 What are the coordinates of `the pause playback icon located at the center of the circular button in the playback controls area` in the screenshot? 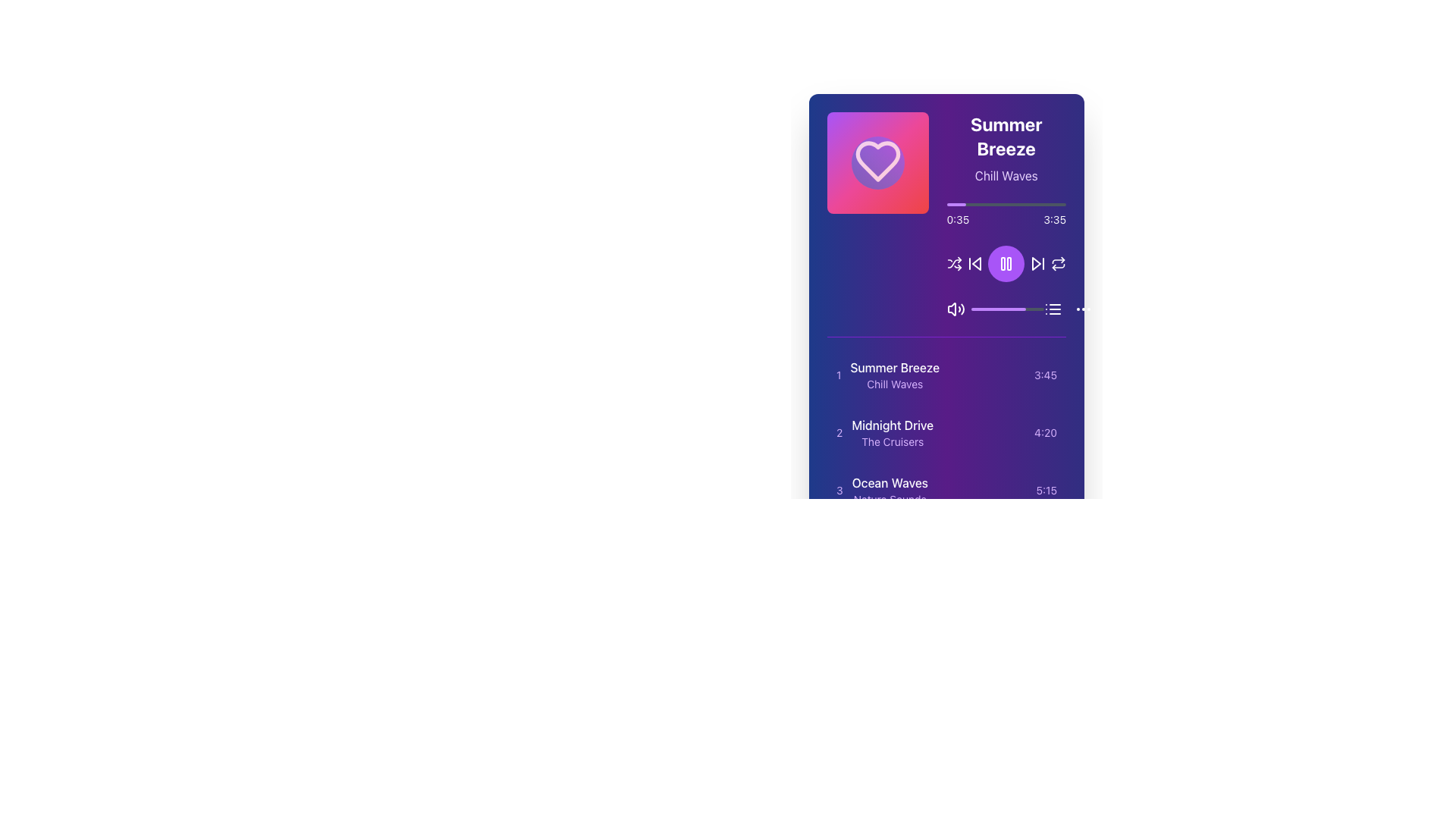 It's located at (1006, 262).